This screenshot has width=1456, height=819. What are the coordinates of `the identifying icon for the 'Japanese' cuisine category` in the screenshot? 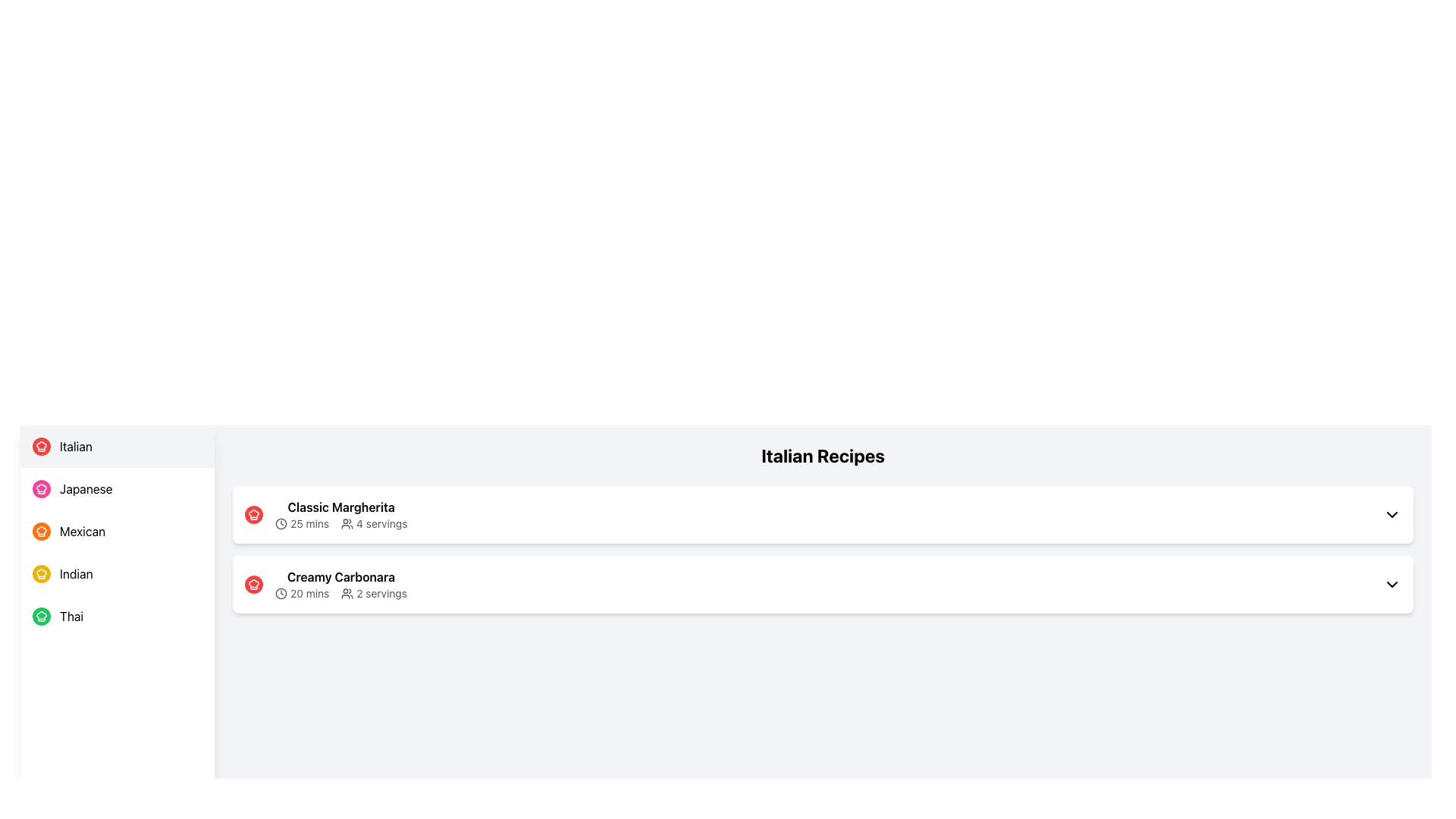 It's located at (41, 488).